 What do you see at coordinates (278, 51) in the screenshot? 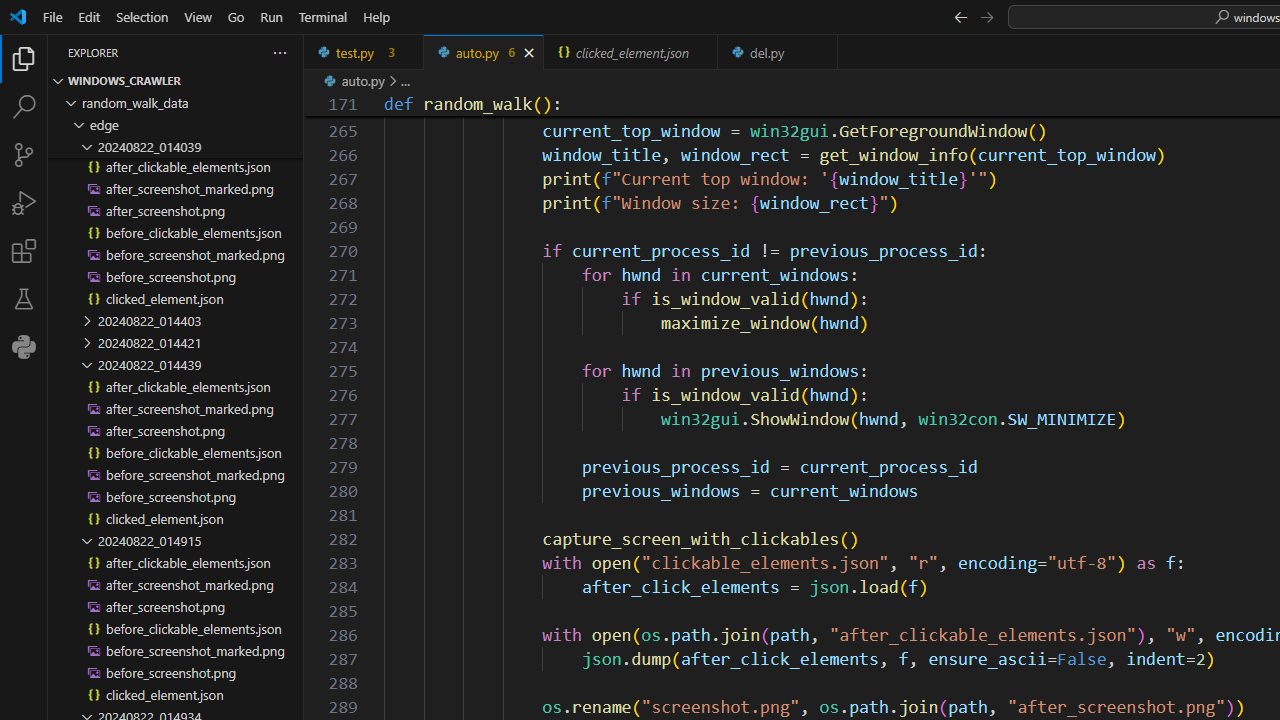
I see `'Views and More Actions...'` at bounding box center [278, 51].